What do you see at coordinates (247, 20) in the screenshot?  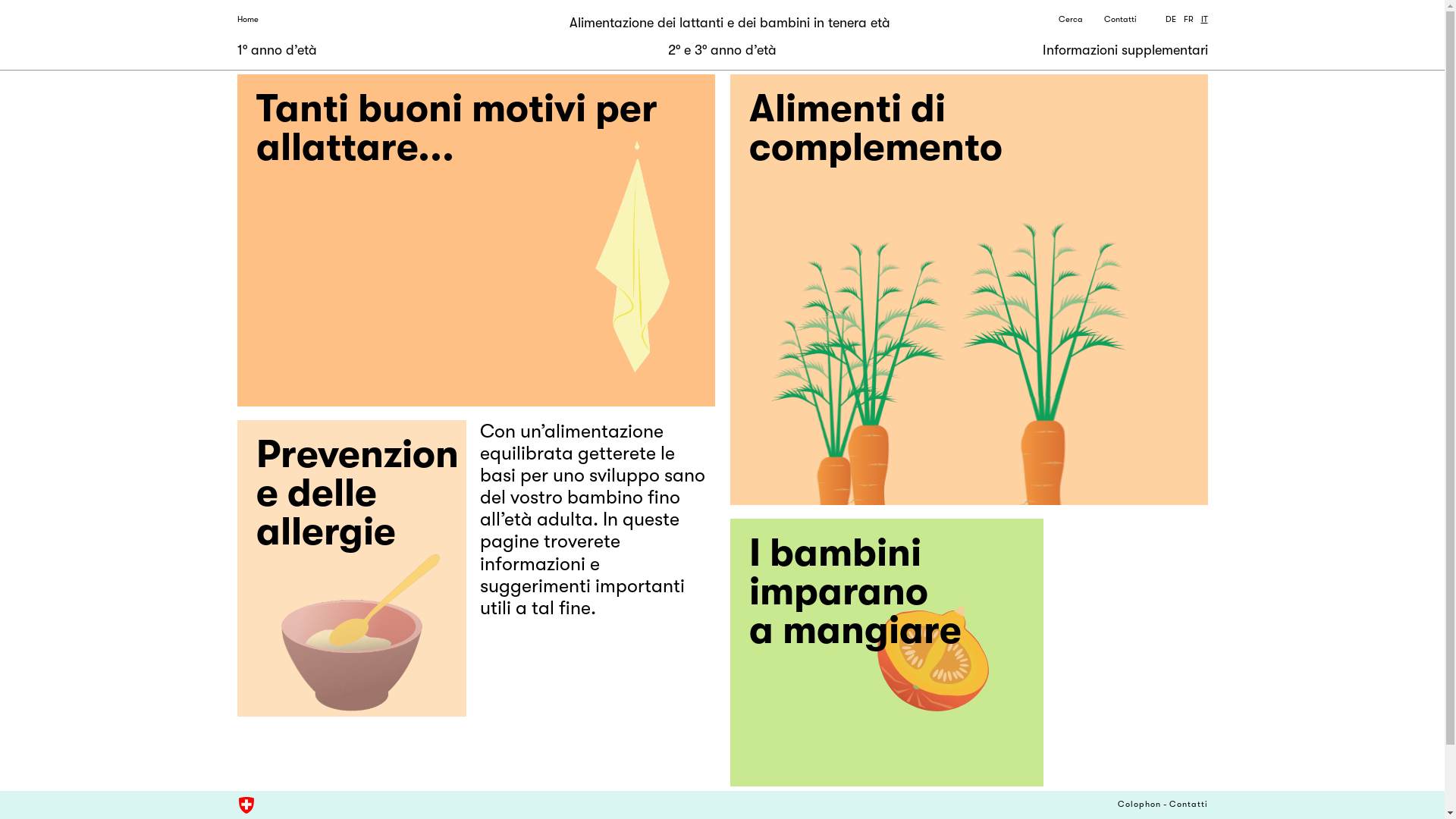 I see `'Home'` at bounding box center [247, 20].